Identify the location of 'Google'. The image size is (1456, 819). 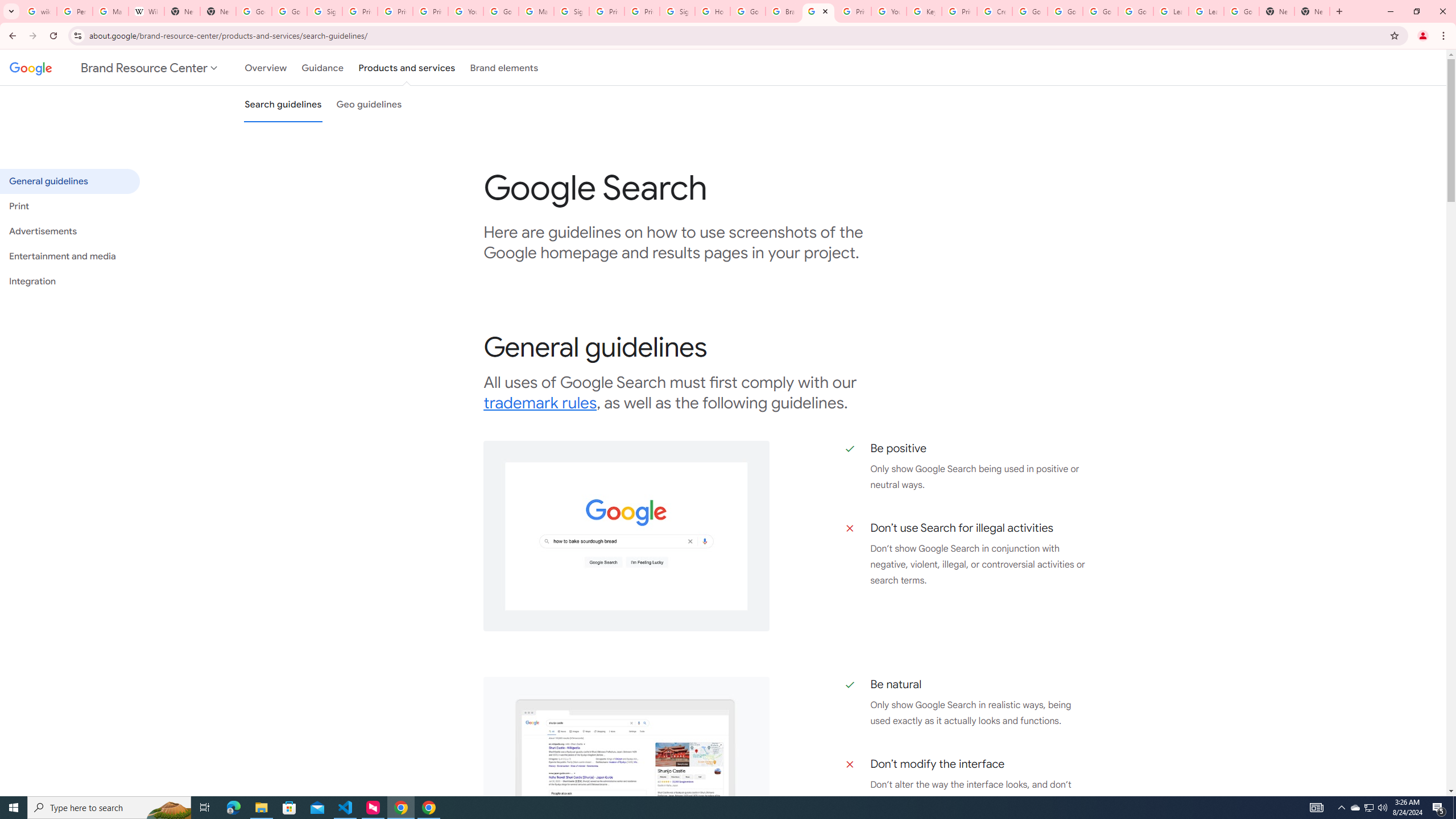
(27, 67).